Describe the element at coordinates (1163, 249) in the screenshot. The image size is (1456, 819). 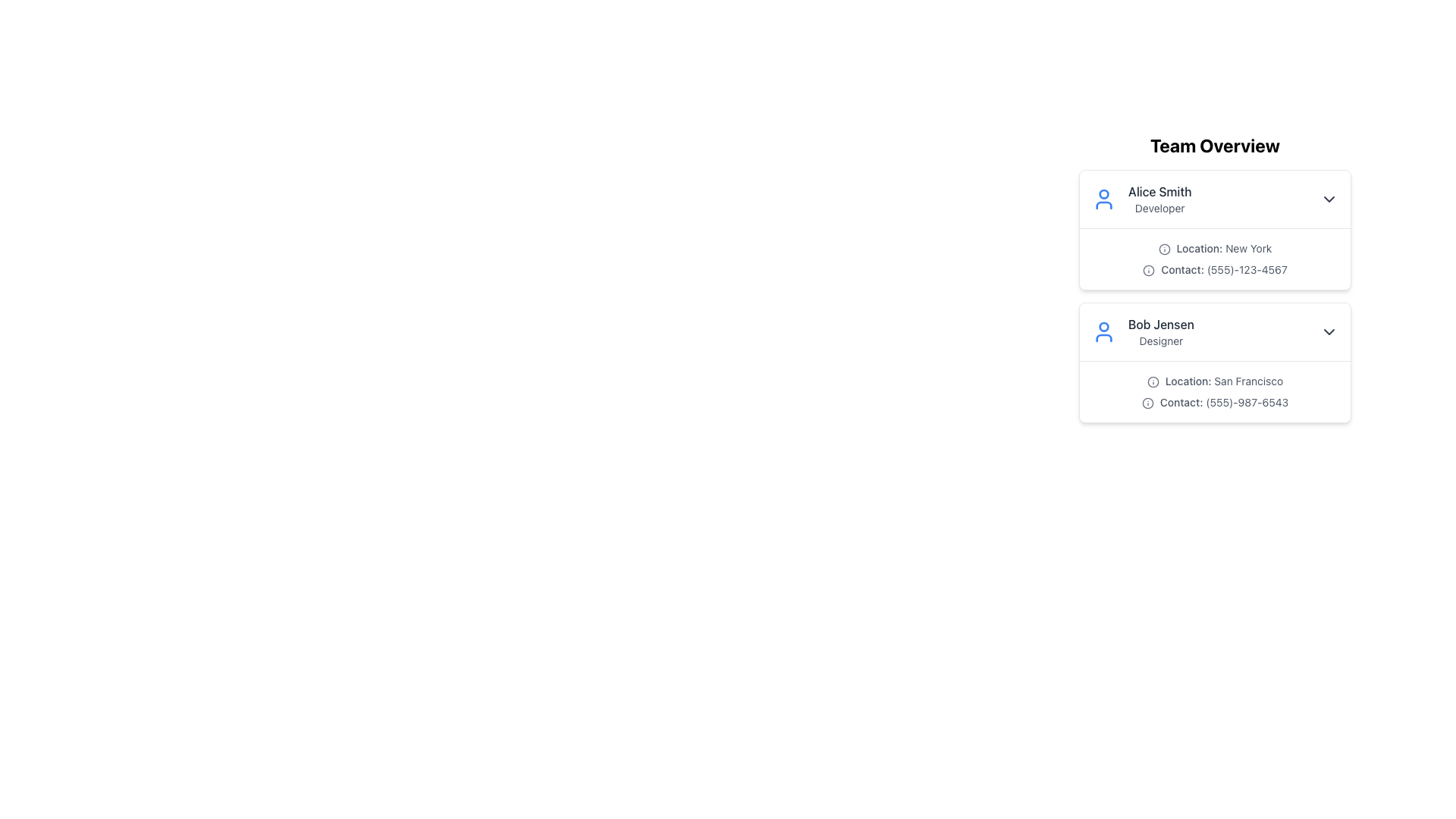
I see `icon that visually indicates geographic information next to the 'Location: New York' label for 'Alice Smith.'` at that location.